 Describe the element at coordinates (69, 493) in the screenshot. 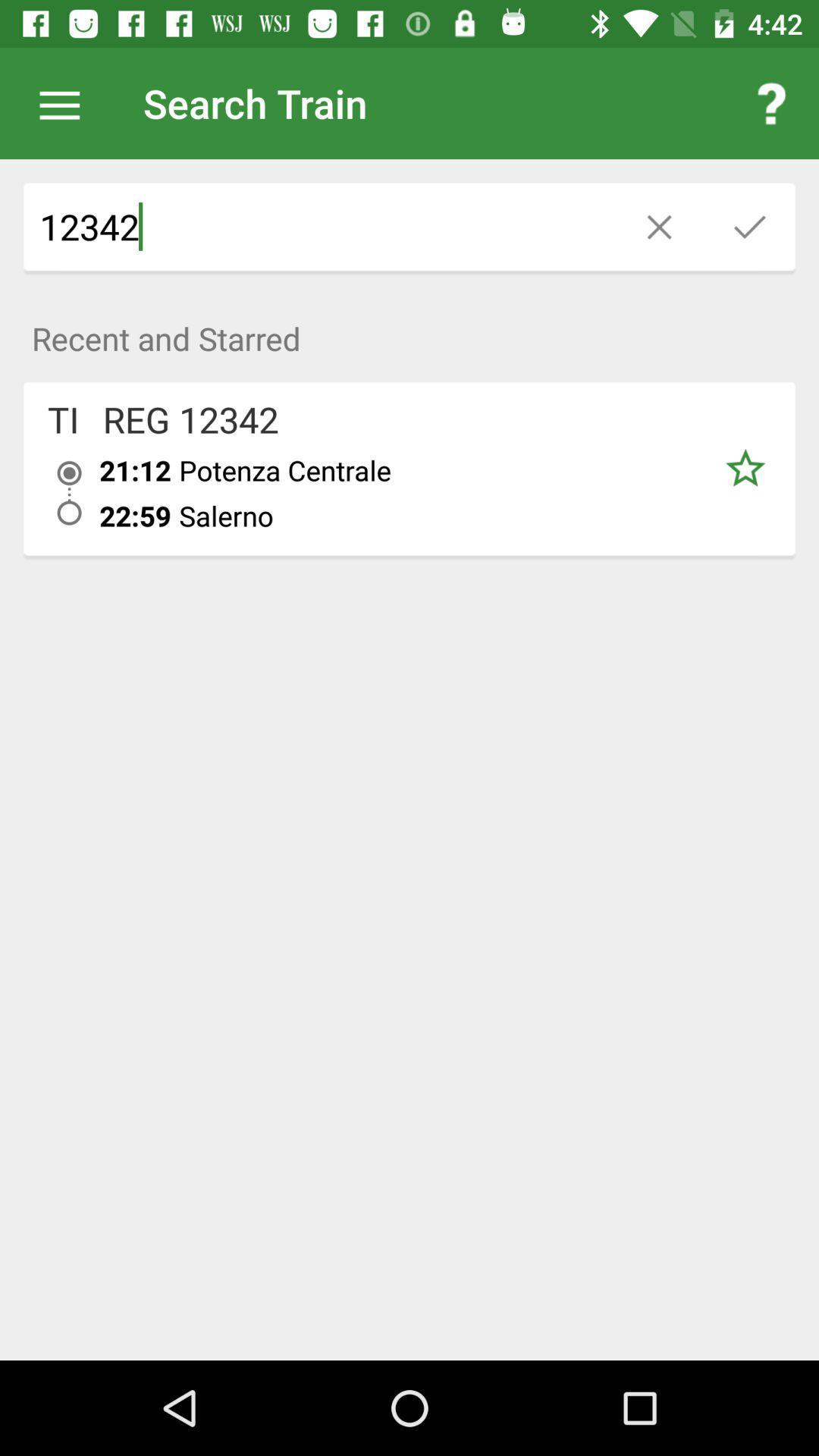

I see `icon below the ti item` at that location.